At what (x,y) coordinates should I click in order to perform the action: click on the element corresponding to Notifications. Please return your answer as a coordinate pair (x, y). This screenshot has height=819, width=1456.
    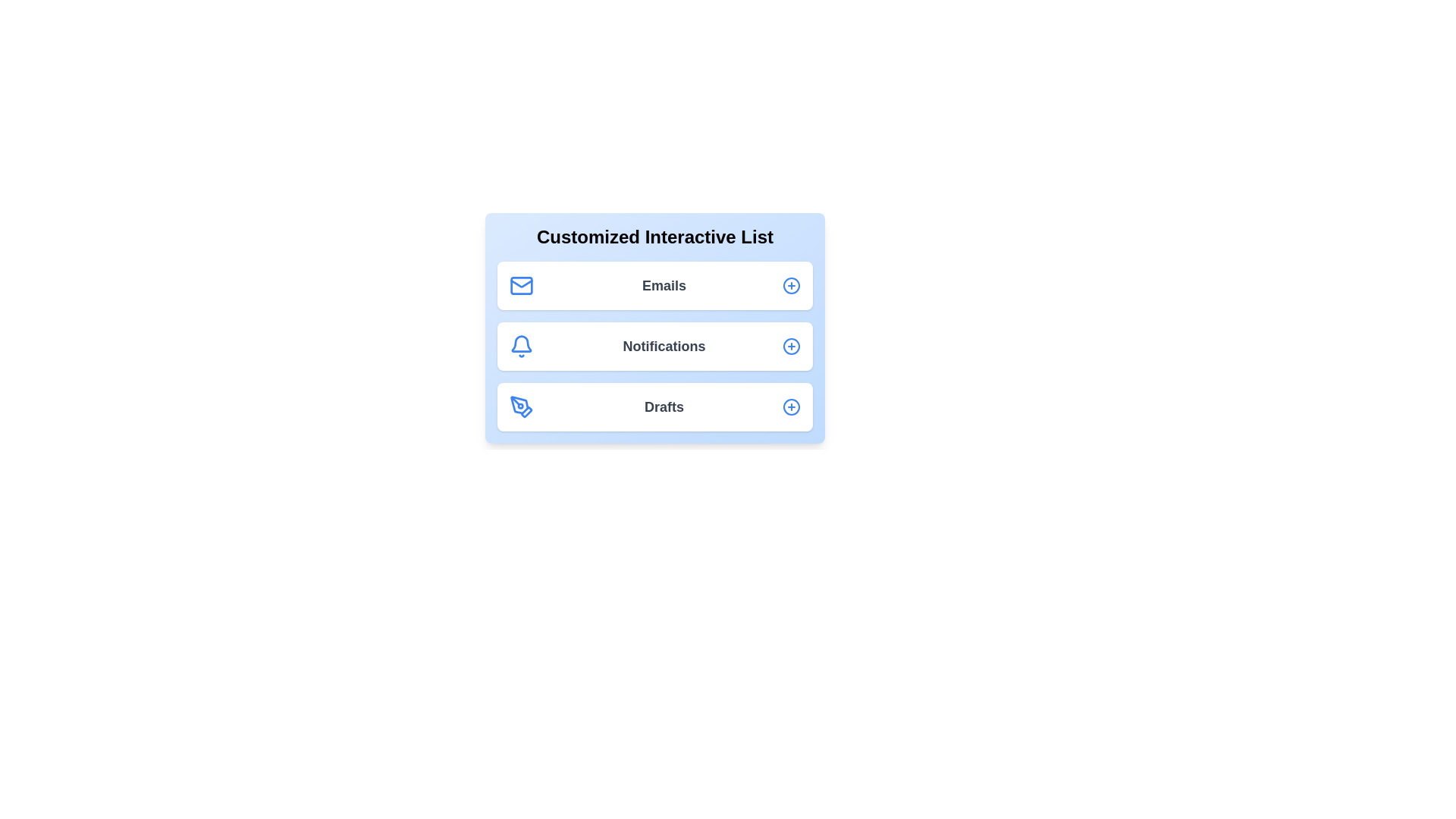
    Looking at the image, I should click on (655, 346).